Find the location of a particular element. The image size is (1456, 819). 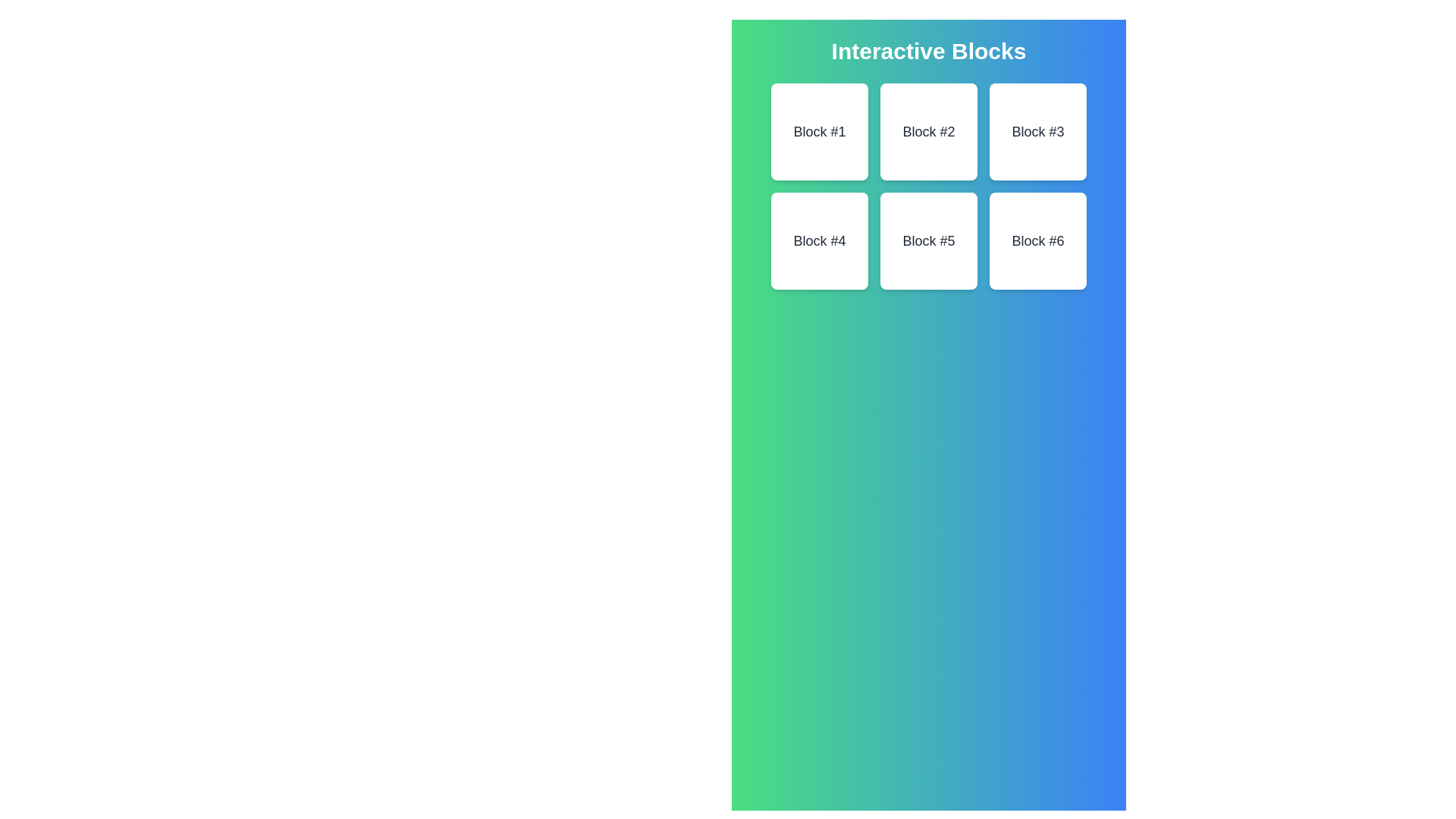

the text label that identifies the fifth block of a grid layout, which says 'Block #5', located in the center column of the second row is located at coordinates (927, 240).